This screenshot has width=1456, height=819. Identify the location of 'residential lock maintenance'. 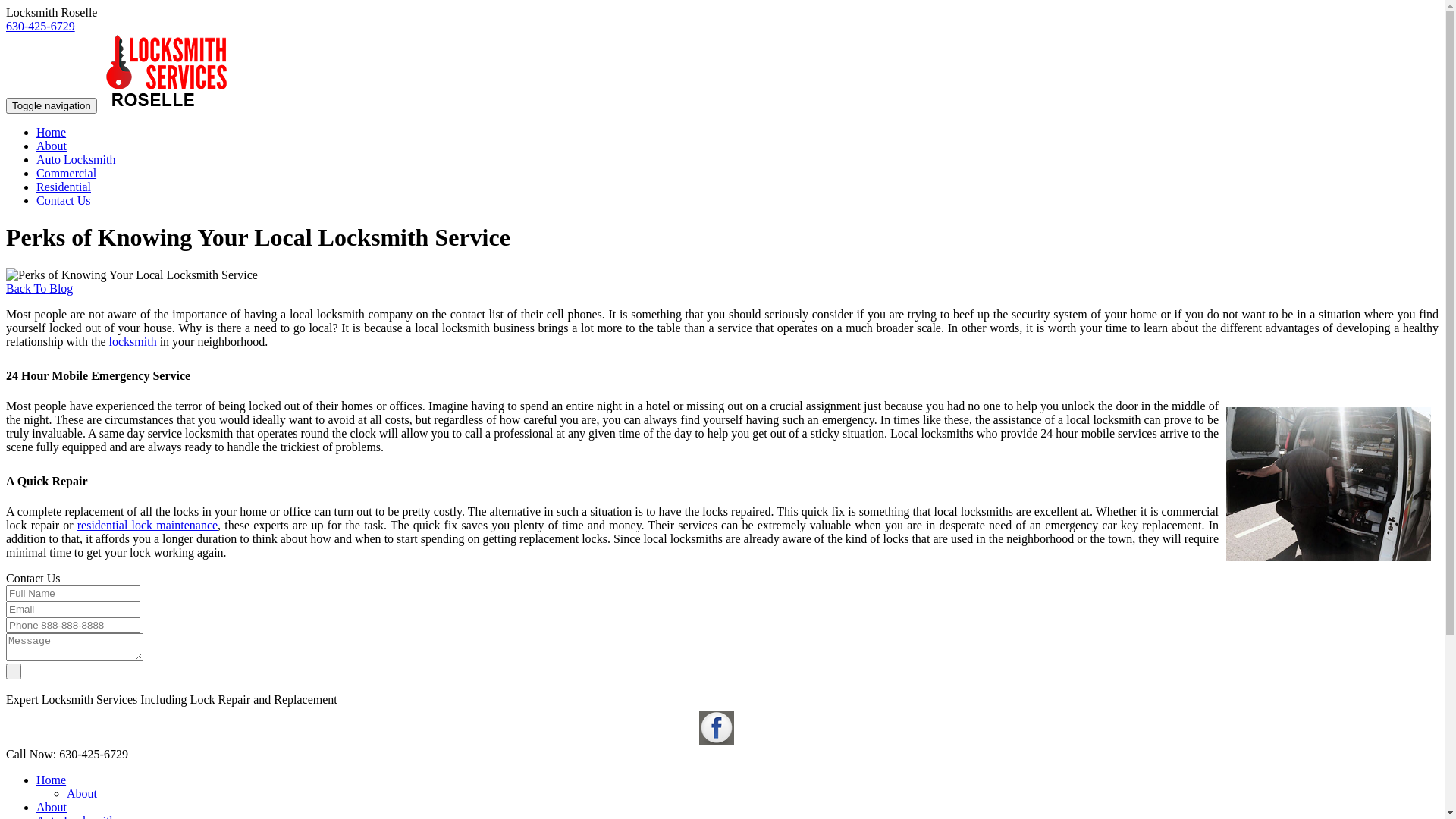
(147, 524).